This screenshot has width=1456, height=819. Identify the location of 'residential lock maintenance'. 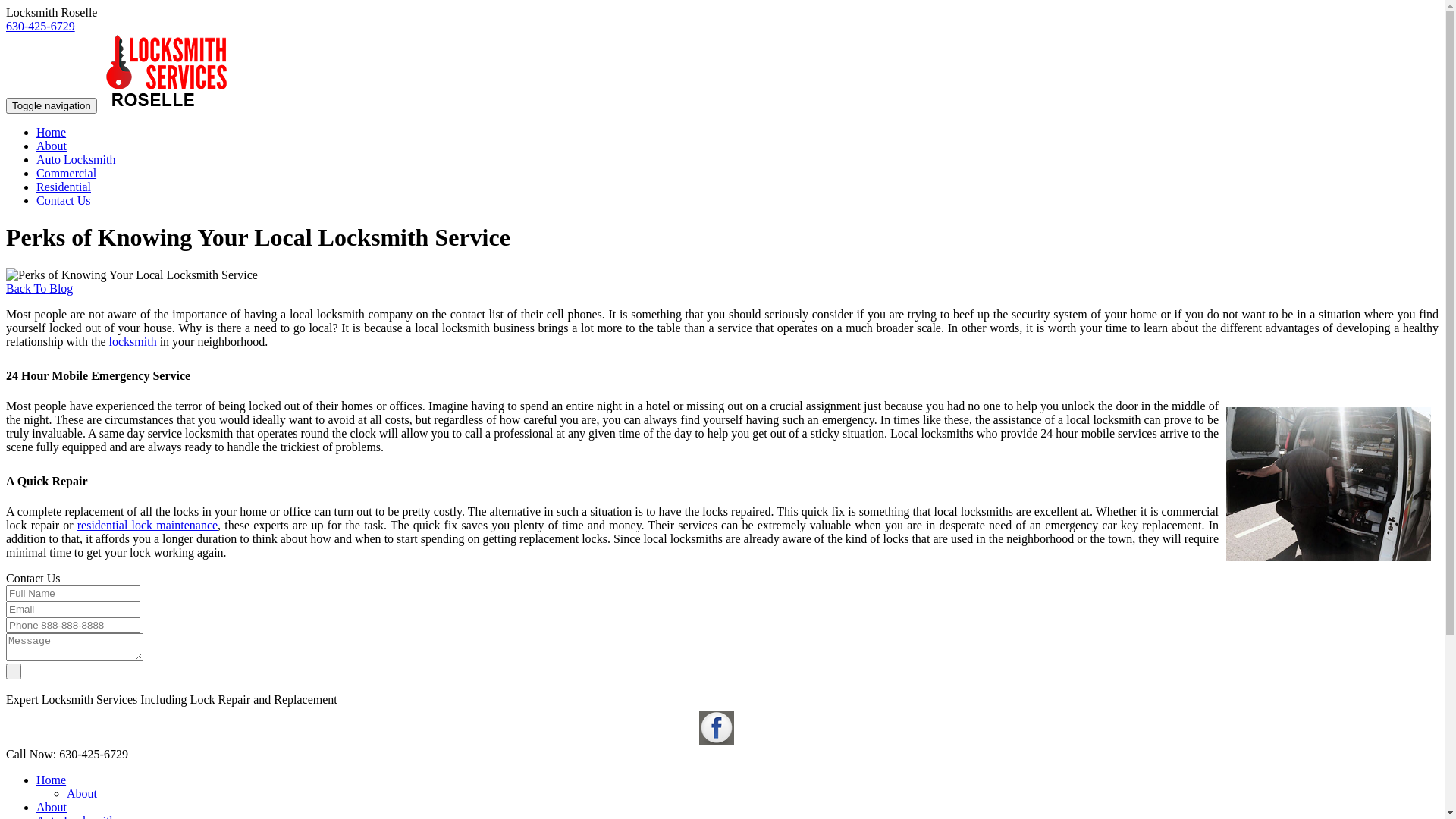
(147, 524).